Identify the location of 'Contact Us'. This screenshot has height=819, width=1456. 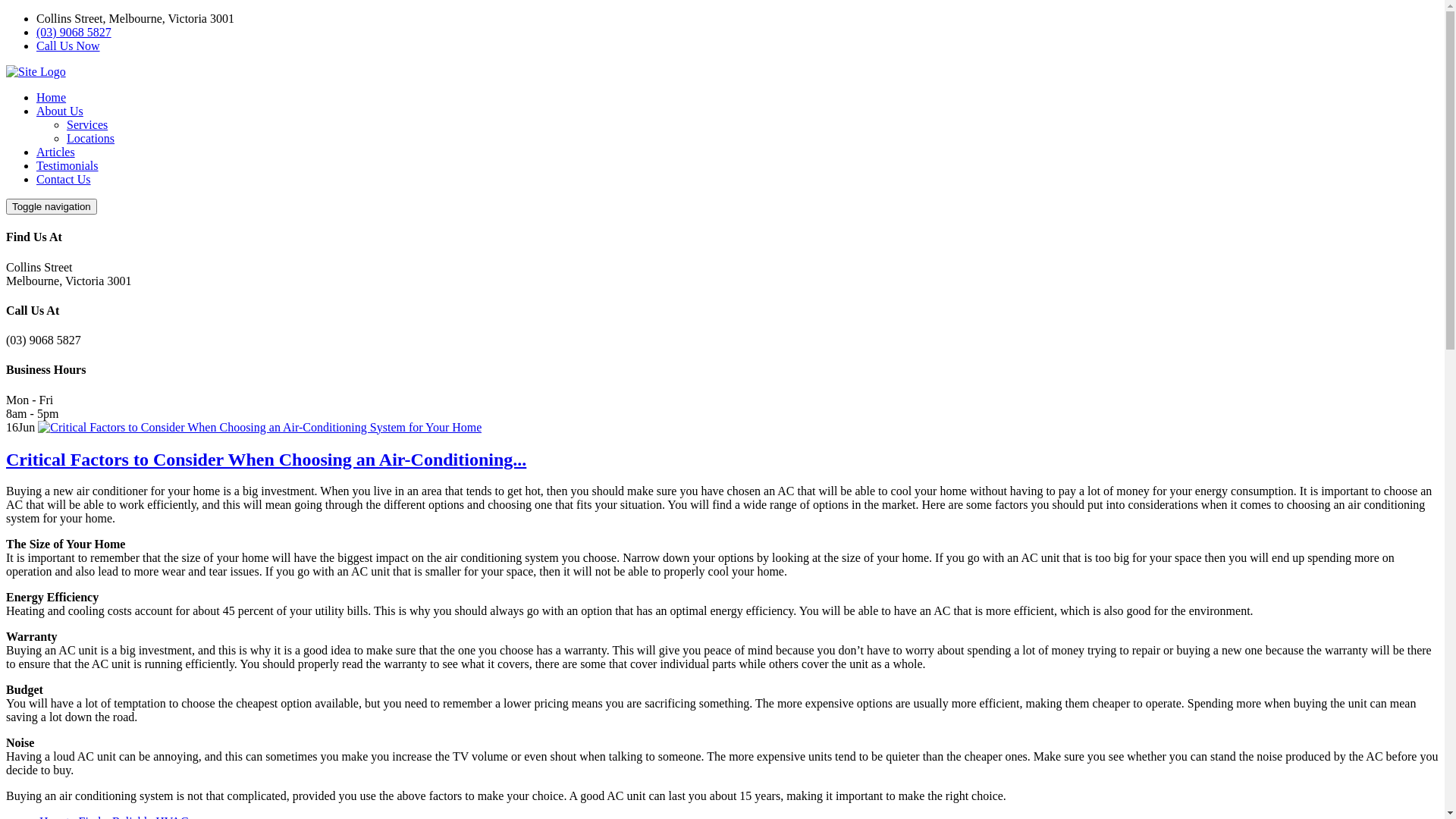
(62, 178).